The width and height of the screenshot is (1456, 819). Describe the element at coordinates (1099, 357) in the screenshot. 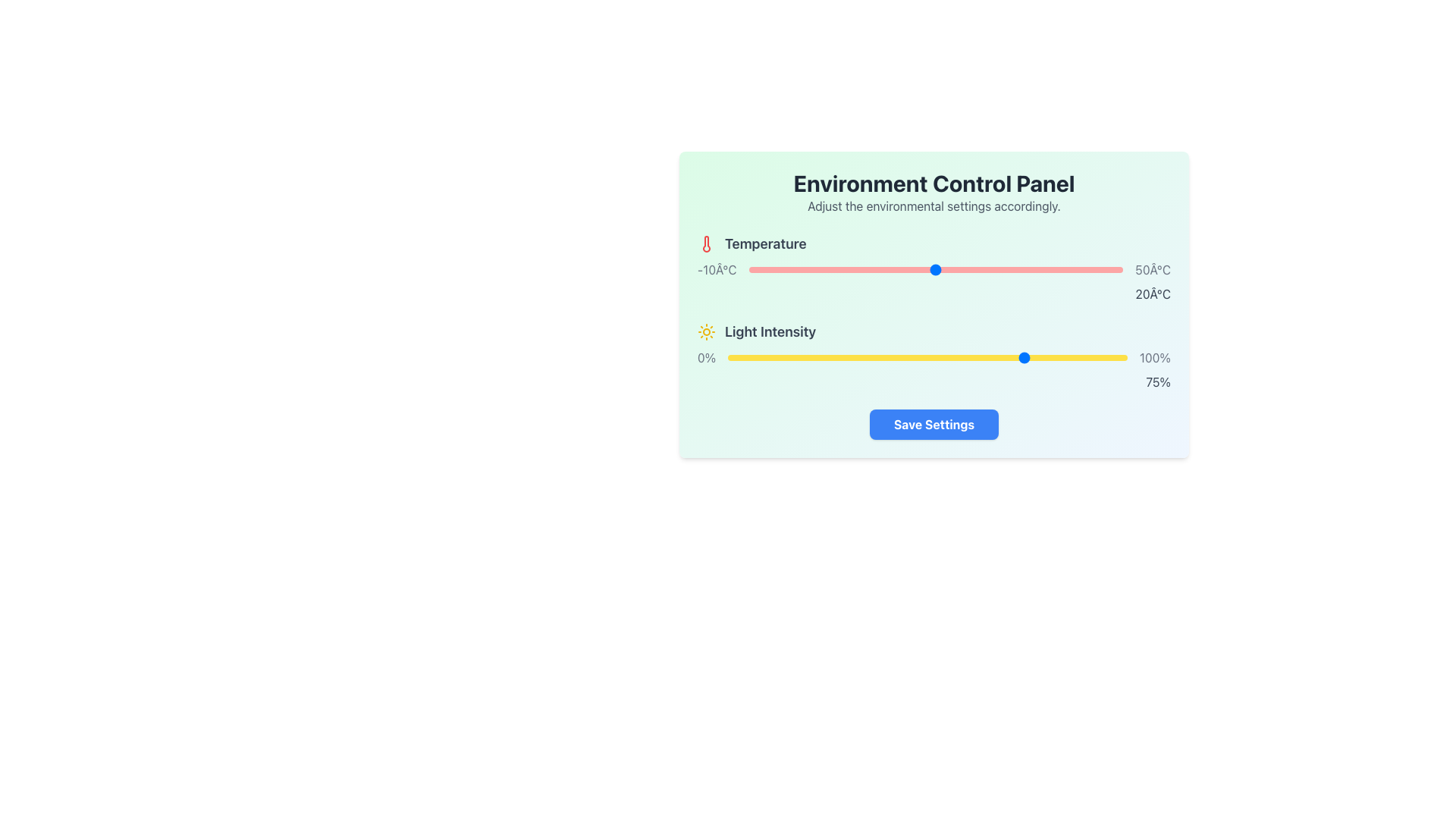

I see `light intensity` at that location.